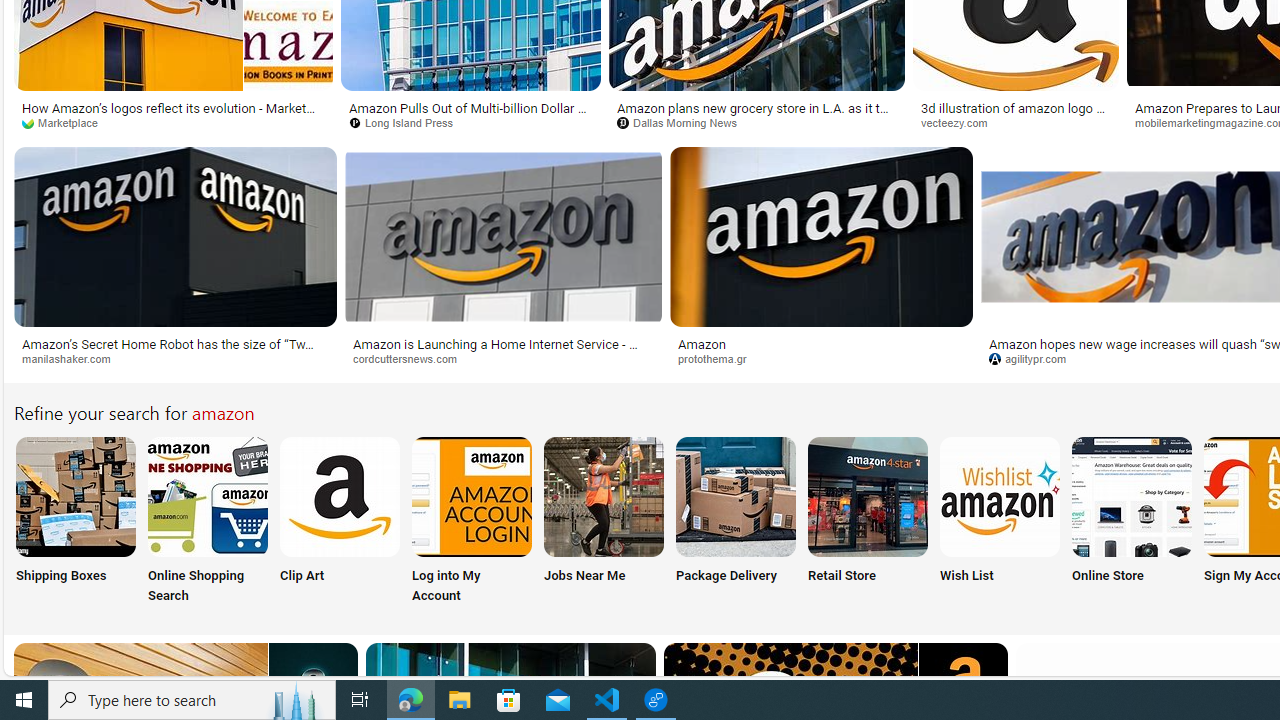  What do you see at coordinates (735, 495) in the screenshot?
I see `'Amazon Package Delivery'` at bounding box center [735, 495].